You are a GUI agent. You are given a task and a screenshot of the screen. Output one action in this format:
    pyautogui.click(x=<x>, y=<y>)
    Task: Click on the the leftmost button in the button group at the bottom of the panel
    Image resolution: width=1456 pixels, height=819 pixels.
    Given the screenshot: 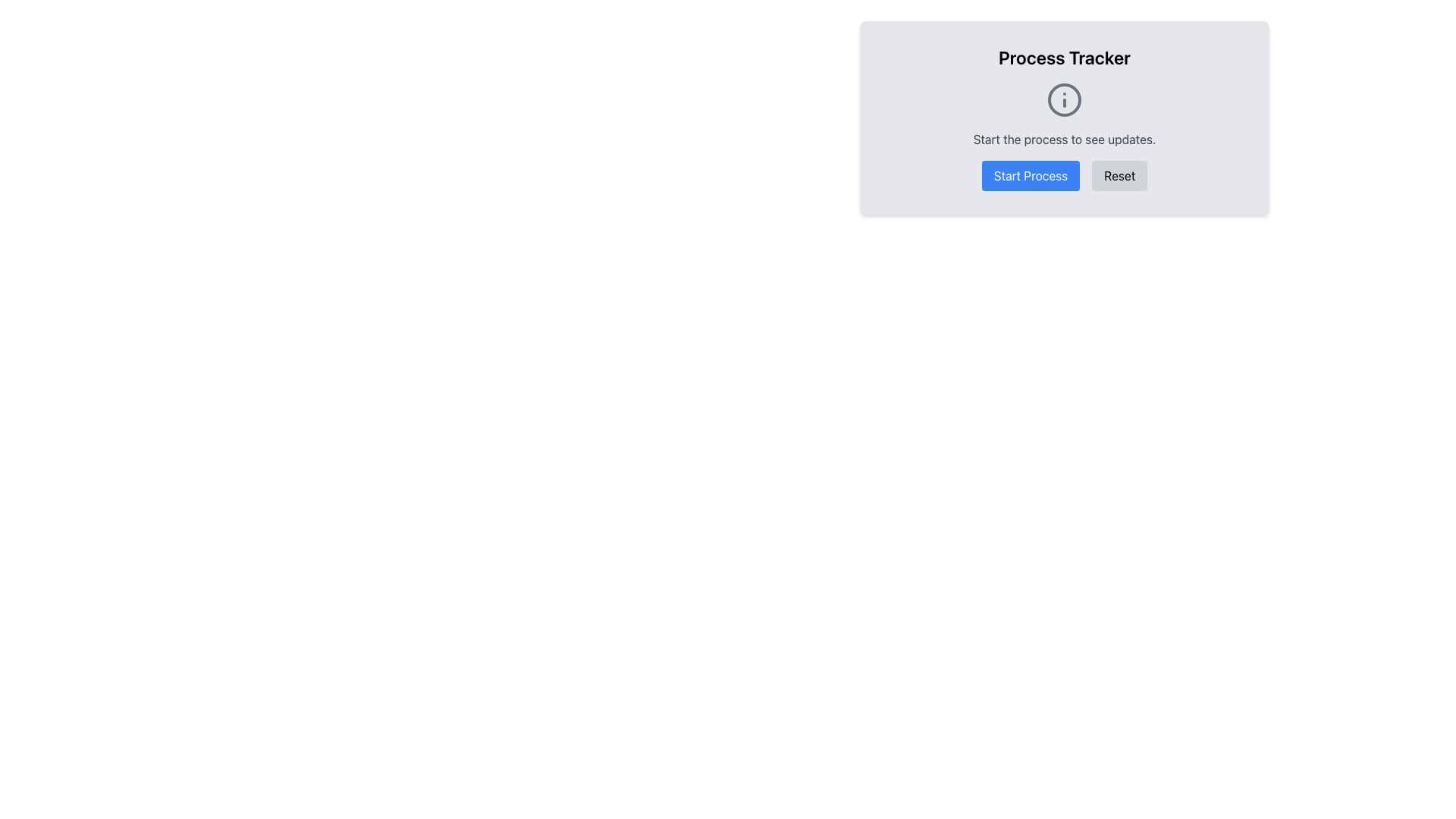 What is the action you would take?
    pyautogui.click(x=1030, y=174)
    